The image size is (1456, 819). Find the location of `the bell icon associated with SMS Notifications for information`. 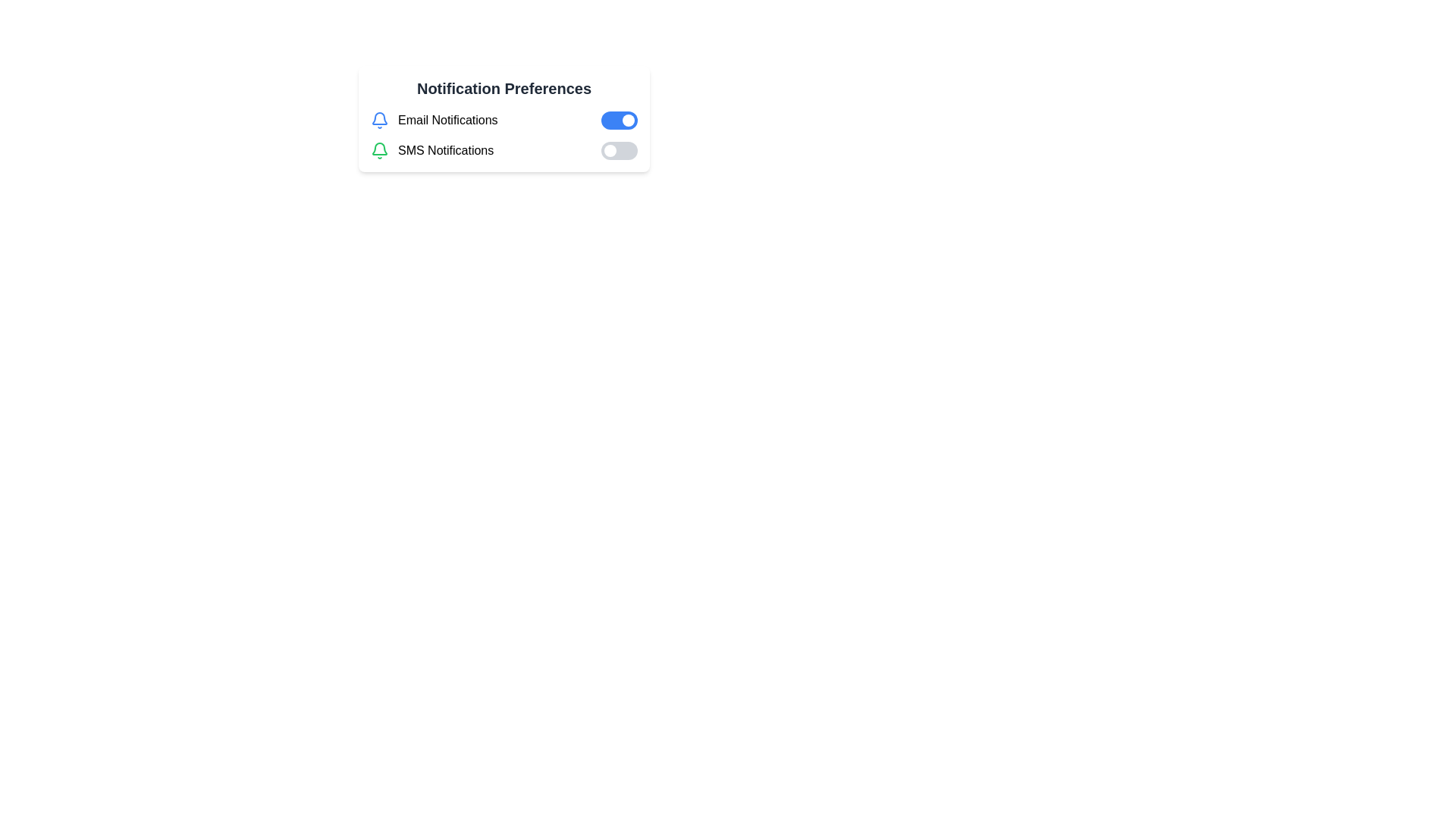

the bell icon associated with SMS Notifications for information is located at coordinates (379, 151).